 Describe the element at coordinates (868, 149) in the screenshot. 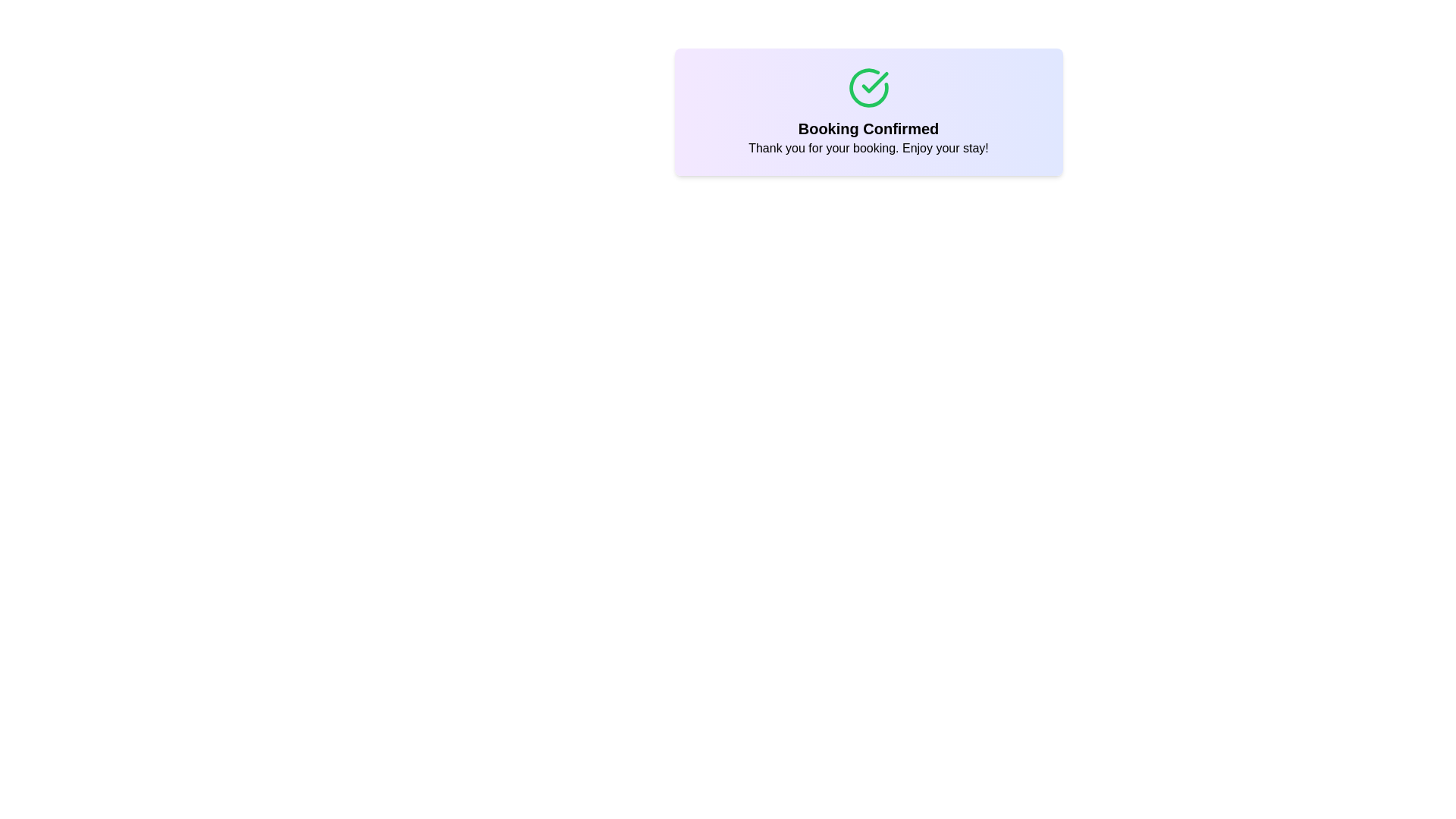

I see `confirmation message displayed as a Text Label below the 'Booking Confirmed' title` at that location.